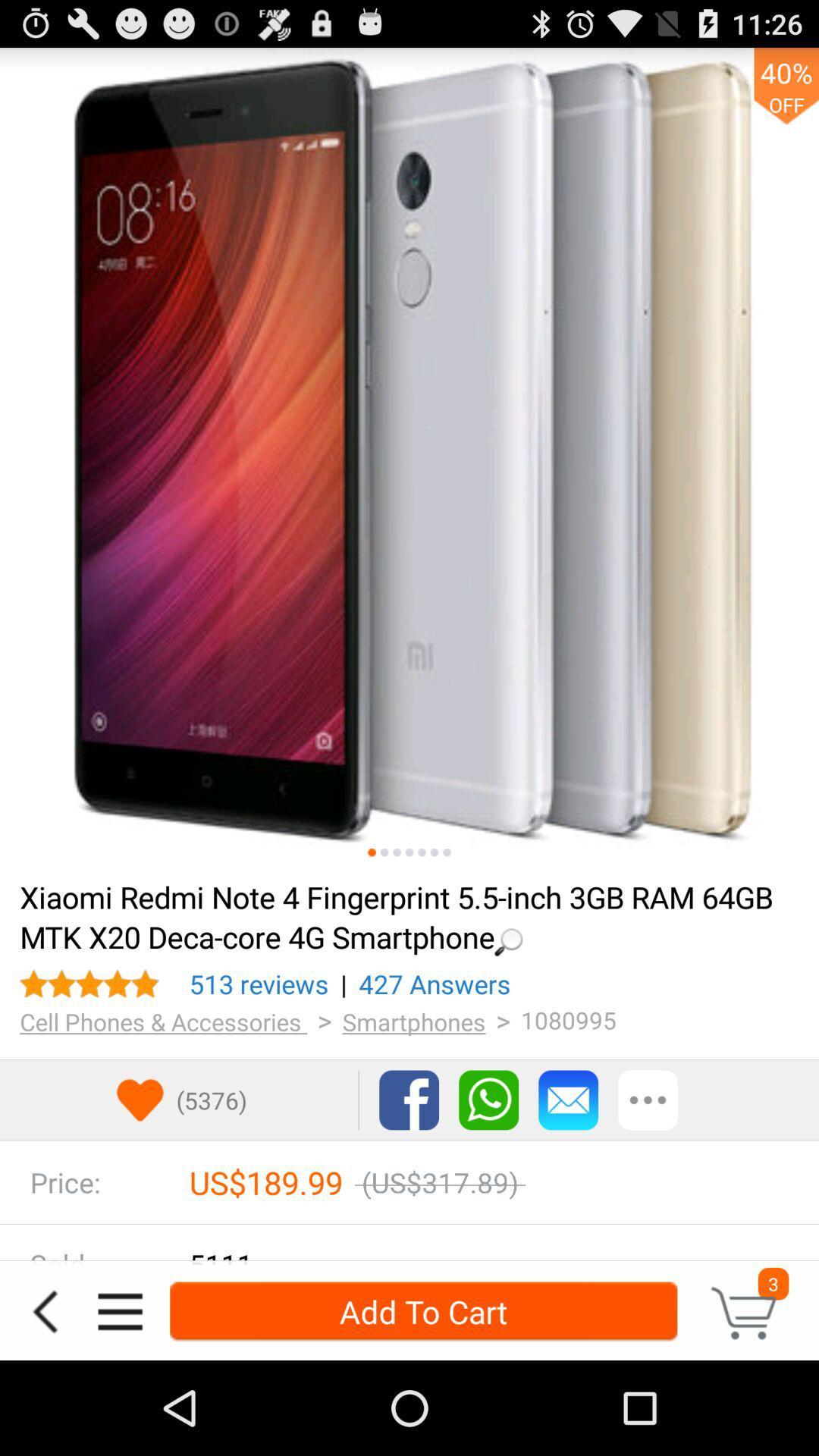 The width and height of the screenshot is (819, 1456). I want to click on app below 513 reviews app, so click(163, 1021).